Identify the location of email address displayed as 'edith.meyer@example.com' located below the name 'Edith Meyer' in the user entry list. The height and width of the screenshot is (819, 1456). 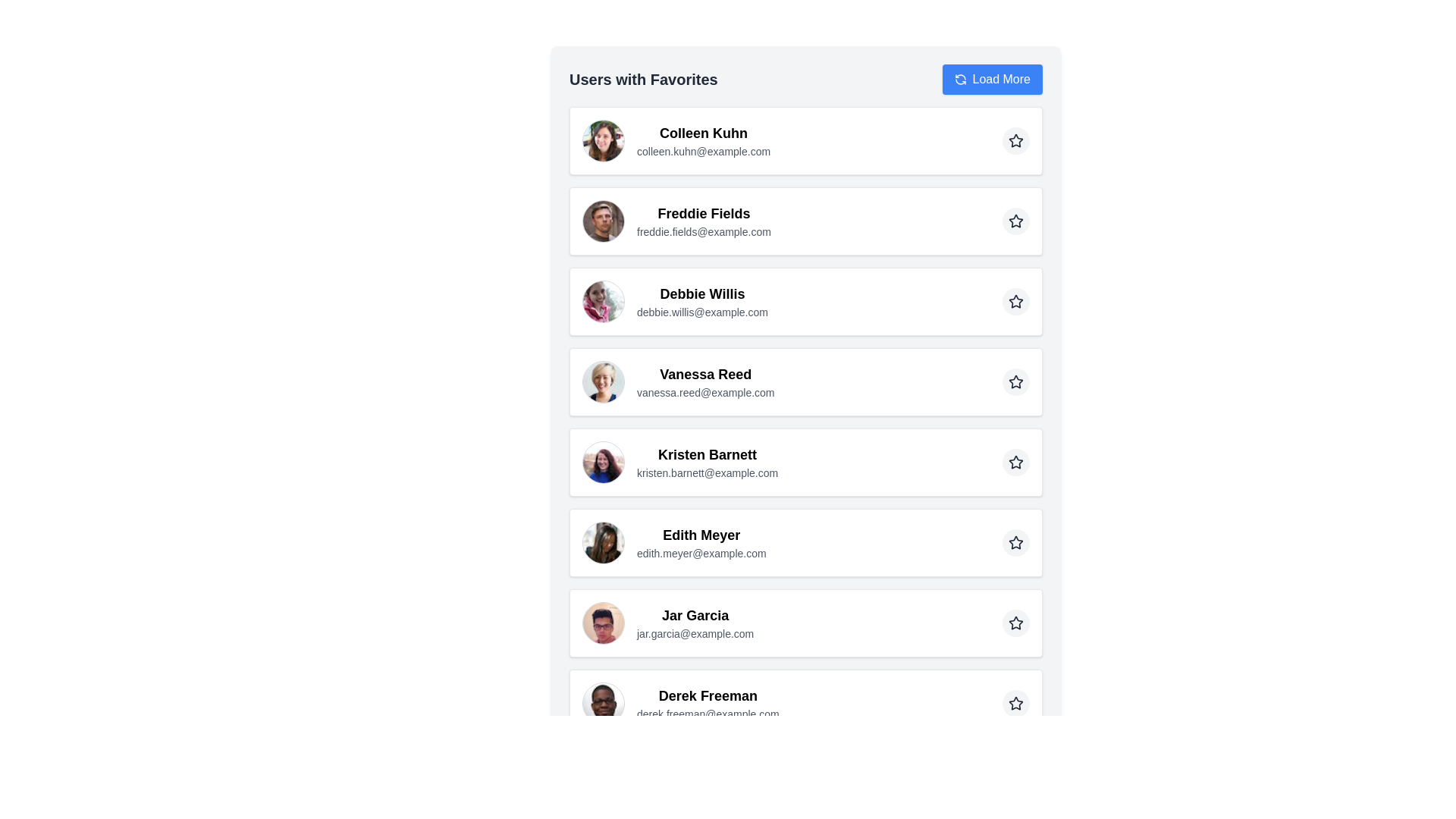
(701, 553).